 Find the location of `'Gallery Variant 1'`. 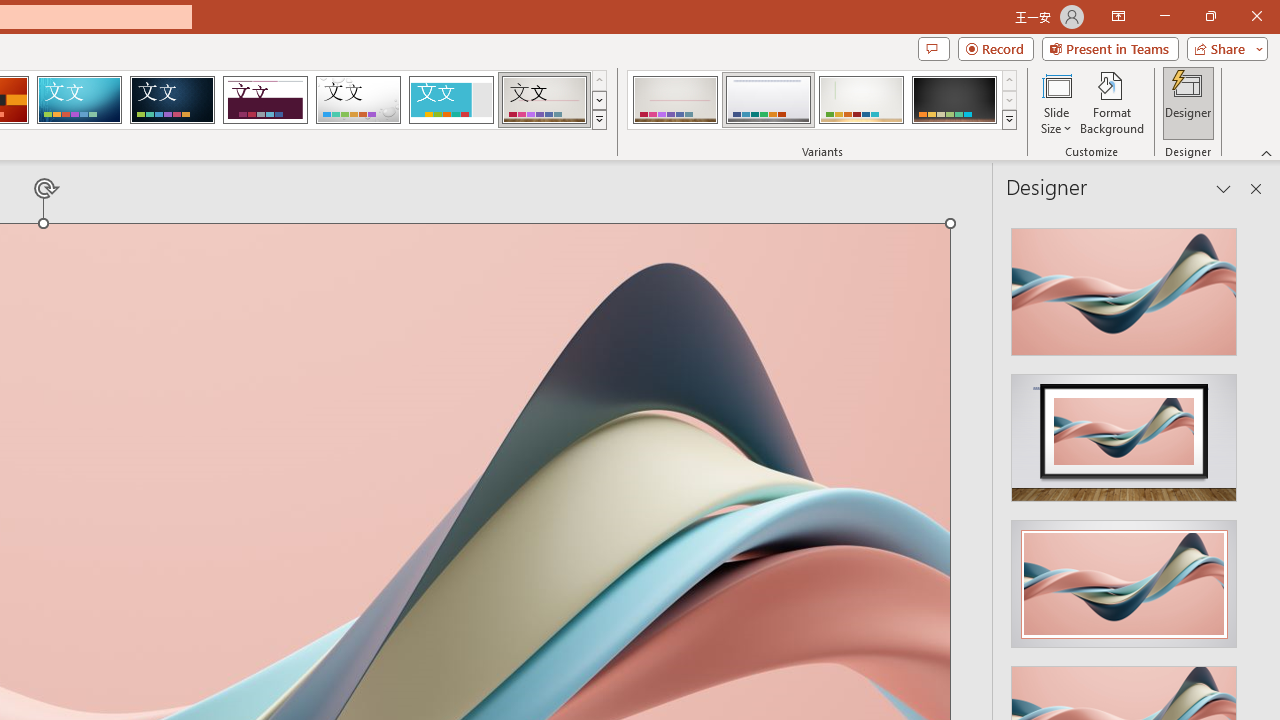

'Gallery Variant 1' is located at coordinates (675, 100).